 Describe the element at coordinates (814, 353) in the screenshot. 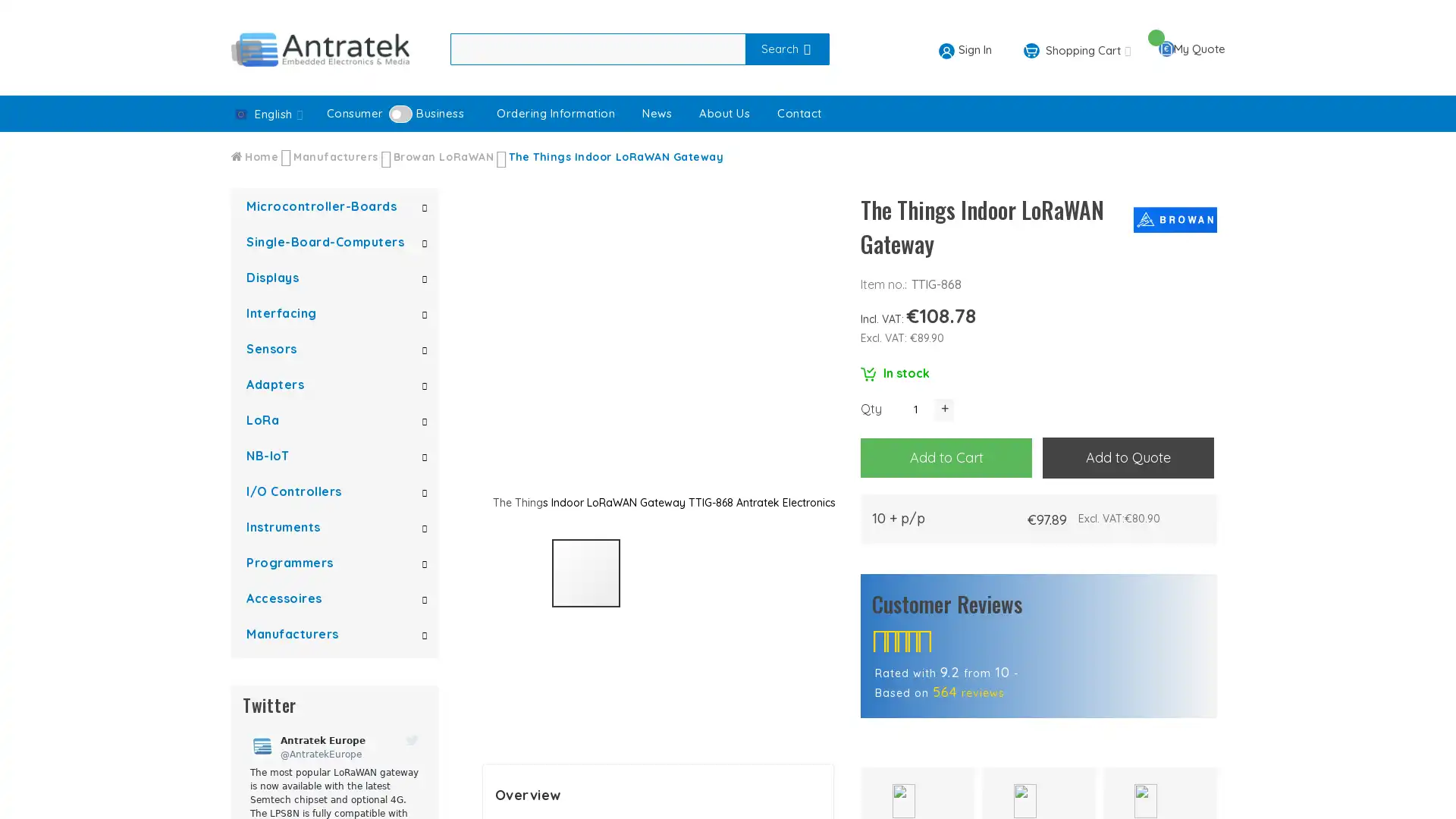

I see `Next` at that location.